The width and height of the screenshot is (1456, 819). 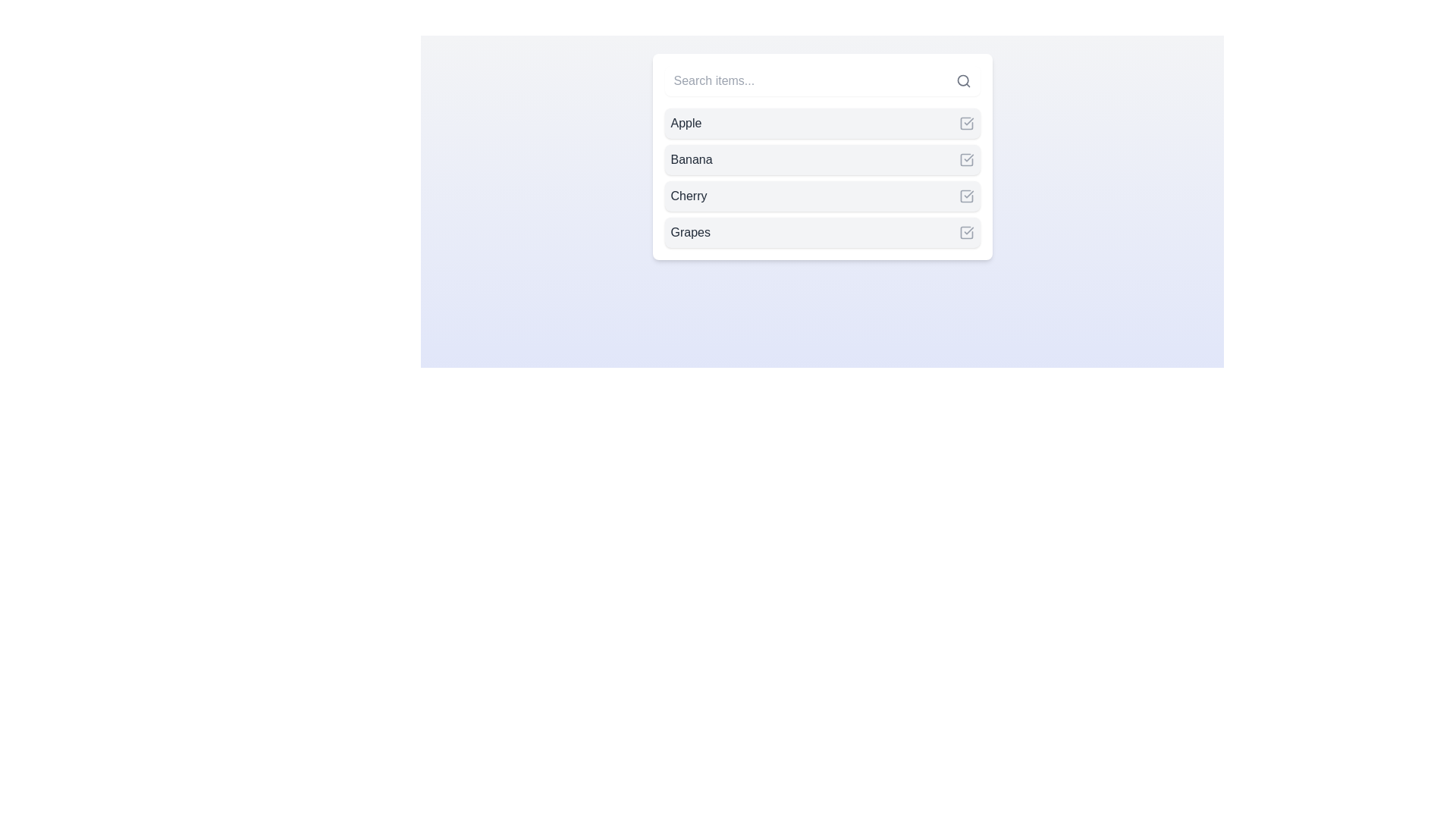 What do you see at coordinates (965, 233) in the screenshot?
I see `the toggleable checkbox icon with a checkmark, located to the far right of the 'Grapes' list item` at bounding box center [965, 233].